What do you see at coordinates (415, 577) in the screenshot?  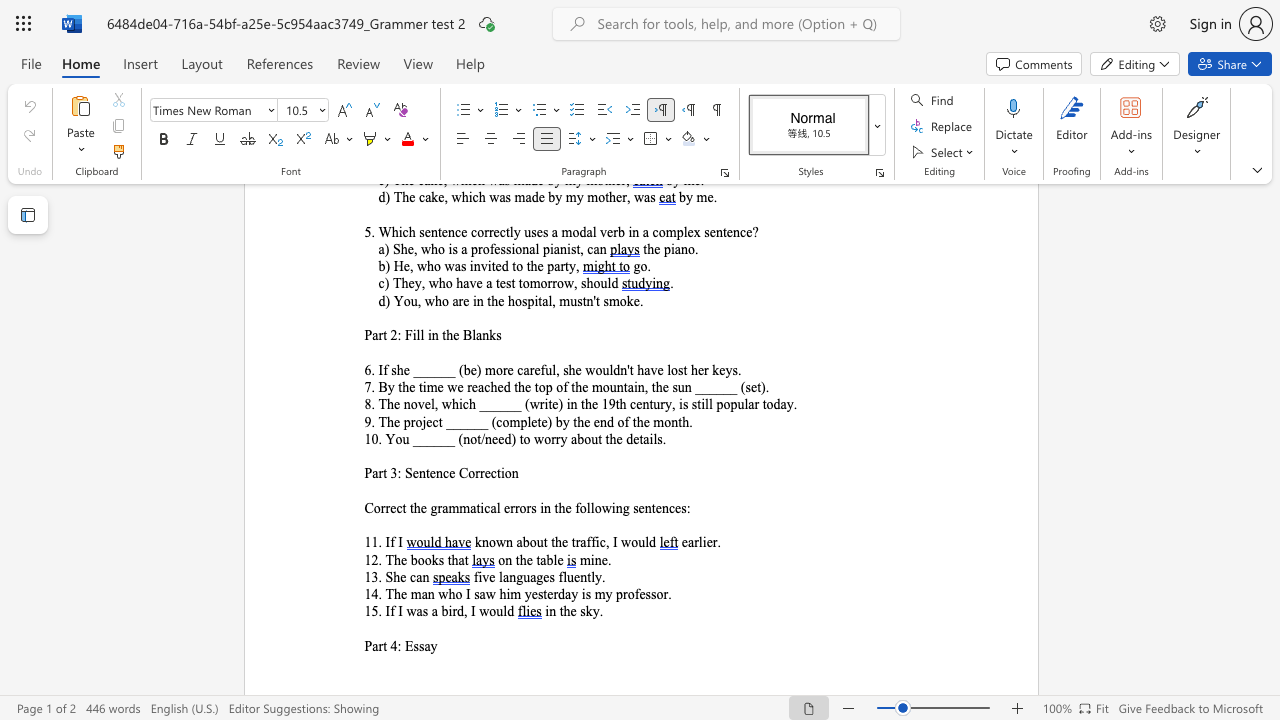 I see `the space between the continuous character "c" and "a" in the text` at bounding box center [415, 577].